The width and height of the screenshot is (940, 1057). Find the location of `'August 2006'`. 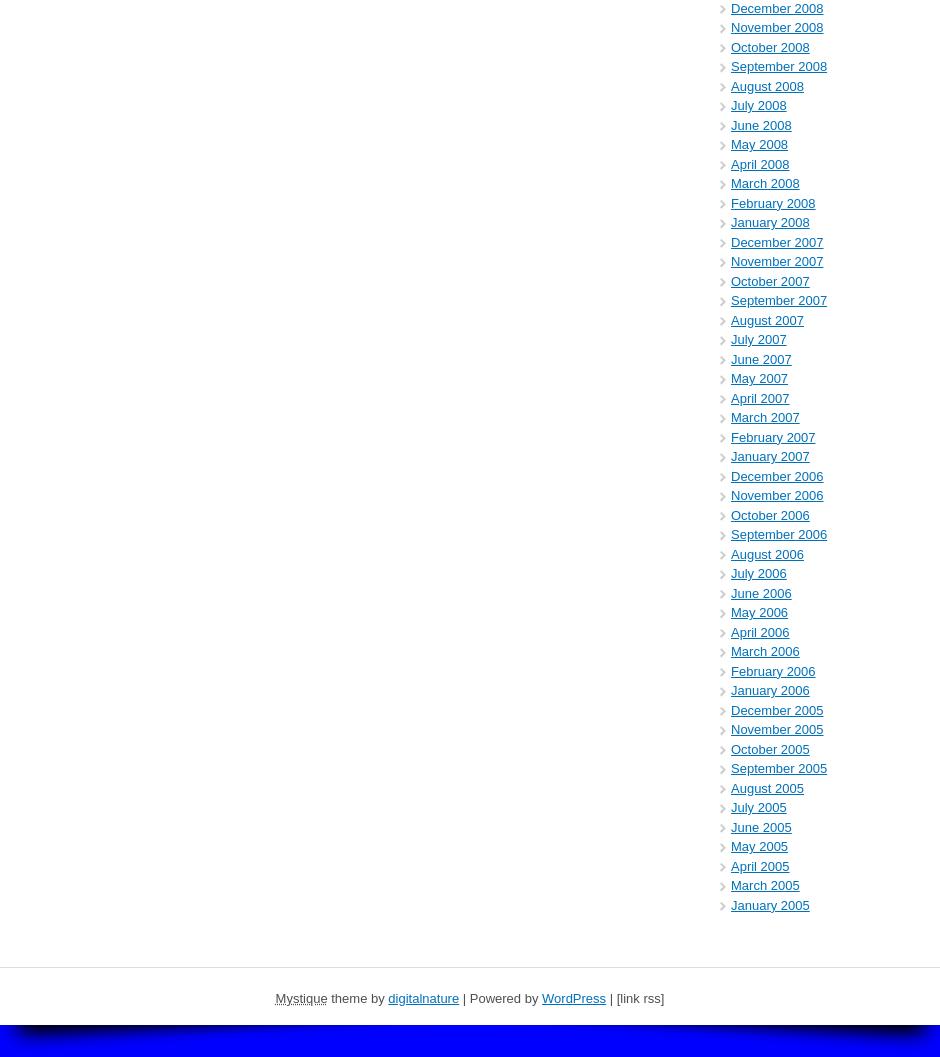

'August 2006' is located at coordinates (766, 552).